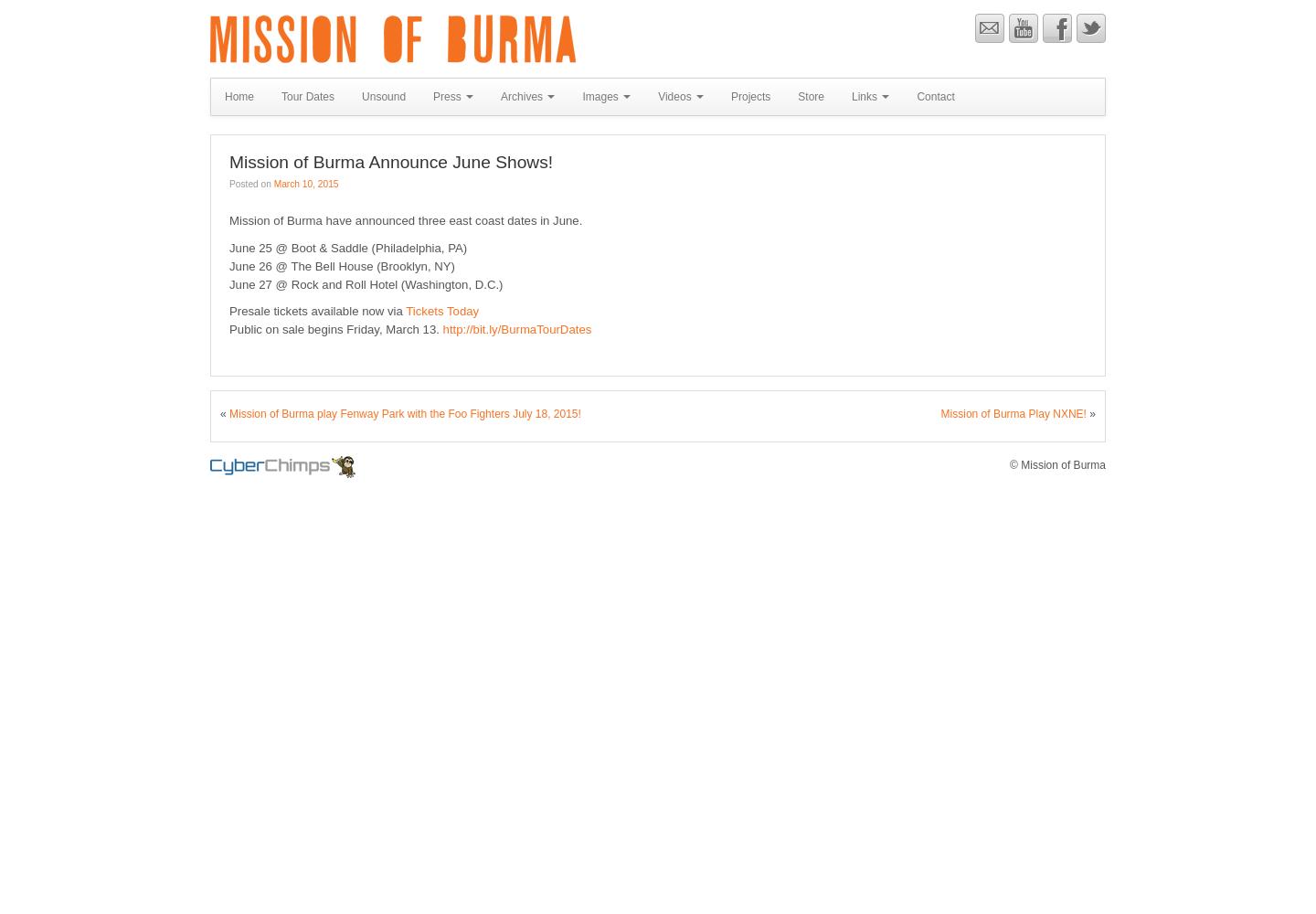 The image size is (1316, 914). What do you see at coordinates (365, 283) in the screenshot?
I see `'June 27 @ Rock and Roll Hotel (Washington, D.C.)'` at bounding box center [365, 283].